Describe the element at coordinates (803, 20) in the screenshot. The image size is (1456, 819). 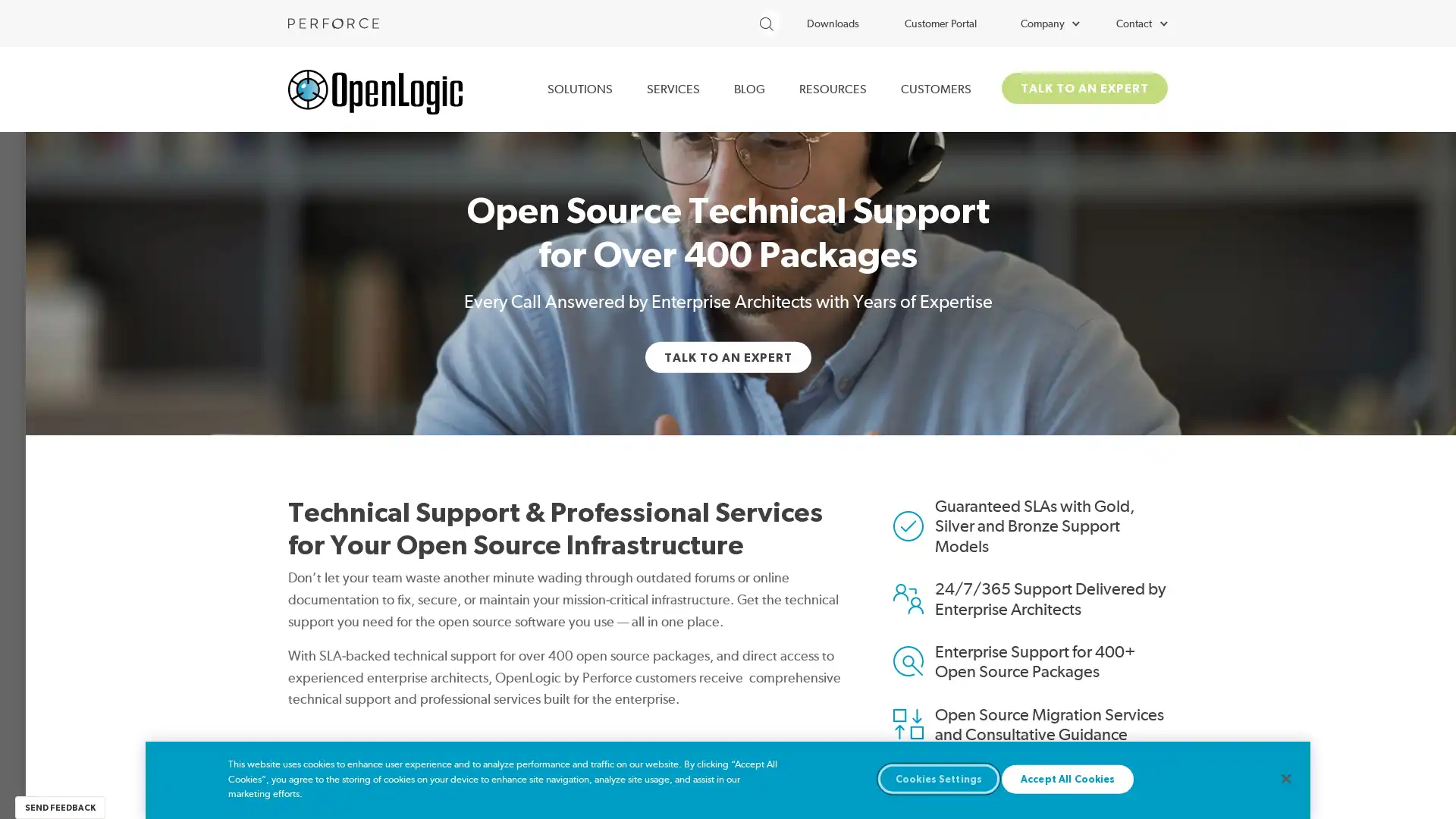
I see `Search` at that location.